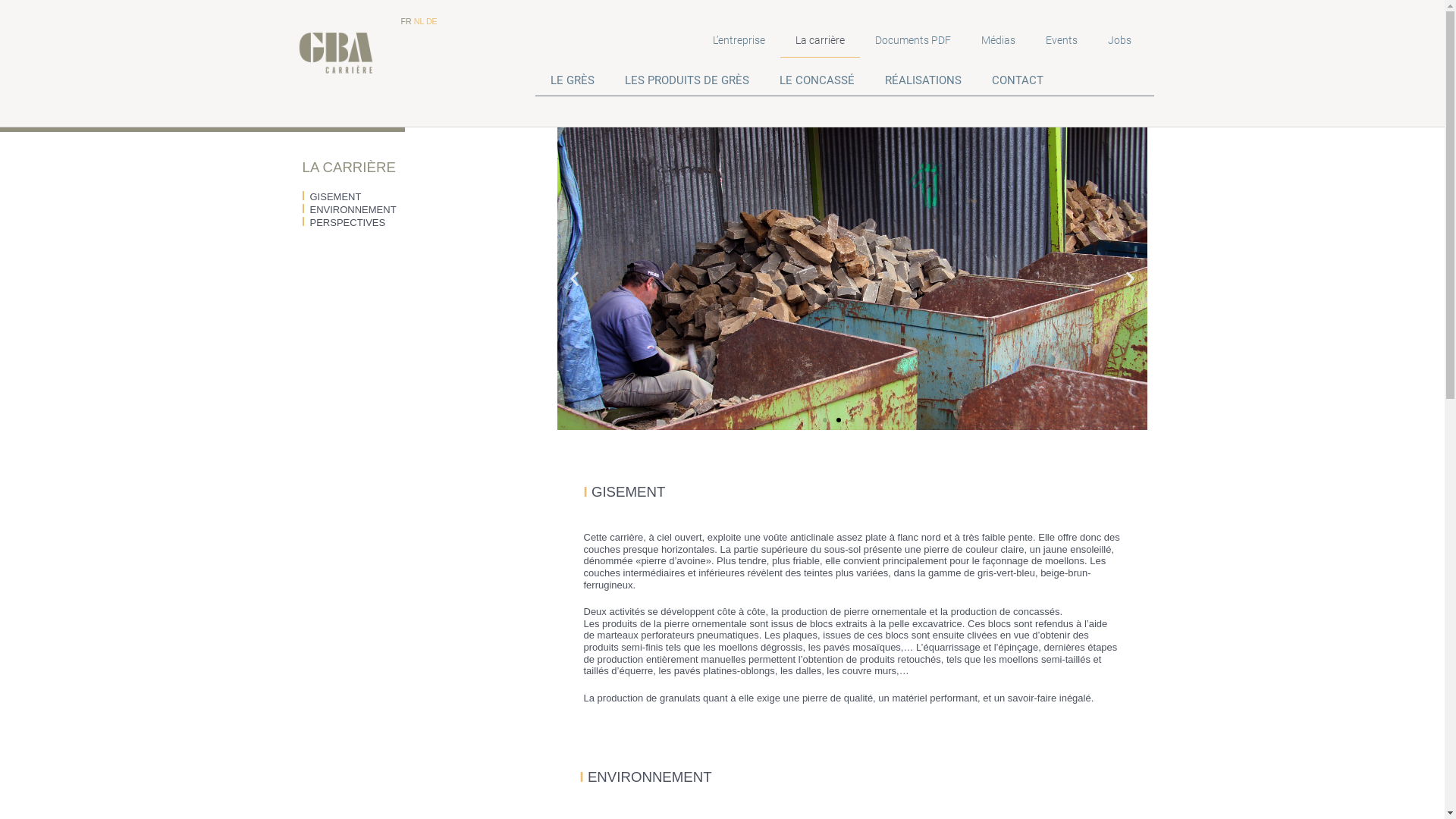 Image resolution: width=1456 pixels, height=819 pixels. I want to click on 'Events', so click(1061, 39).